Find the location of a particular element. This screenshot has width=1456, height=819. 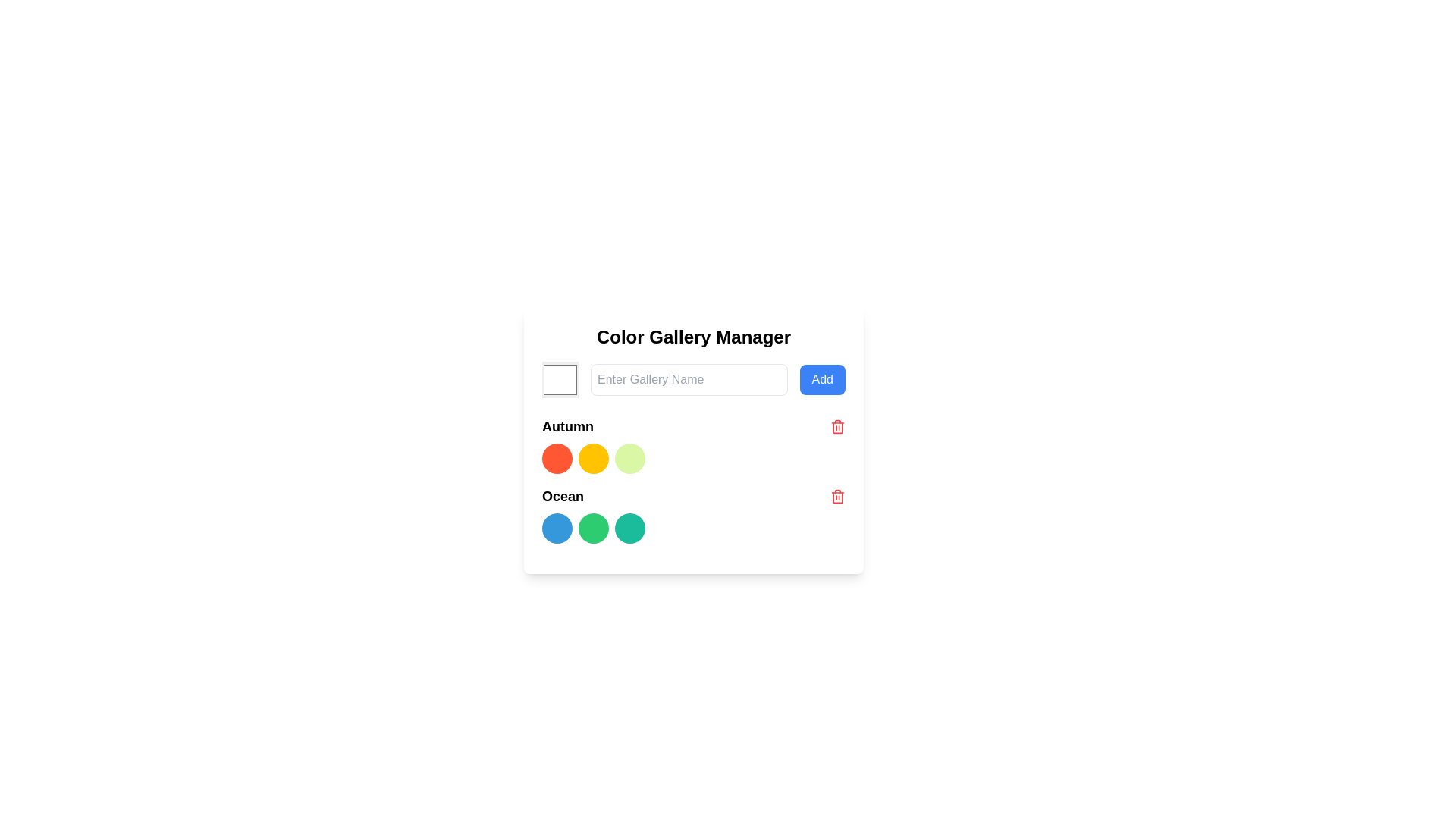

the action trigger button located at the far right of the horizontal layout, which is designed is located at coordinates (821, 379).